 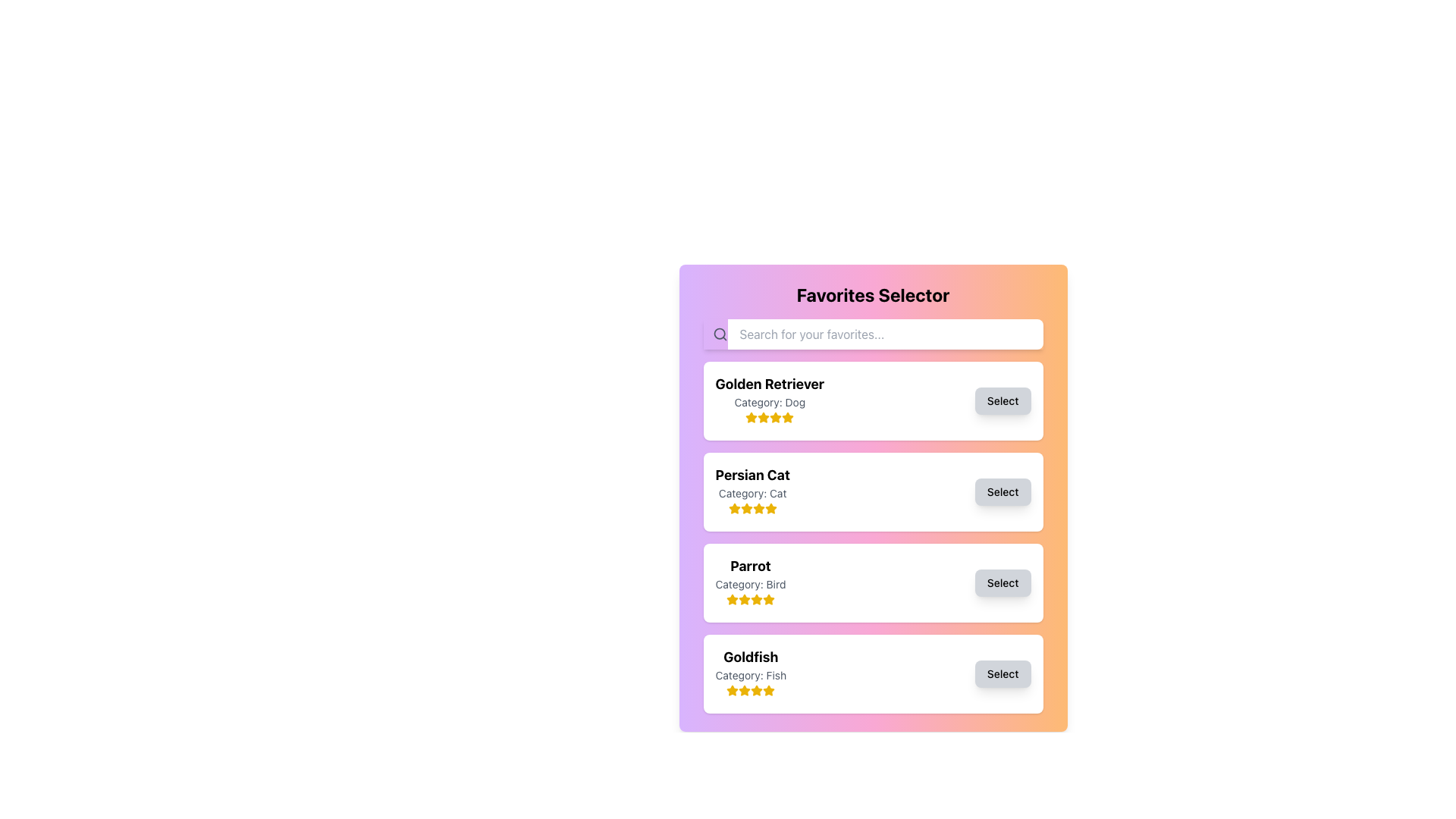 What do you see at coordinates (733, 690) in the screenshot?
I see `the first yellow five-pointed star icon` at bounding box center [733, 690].